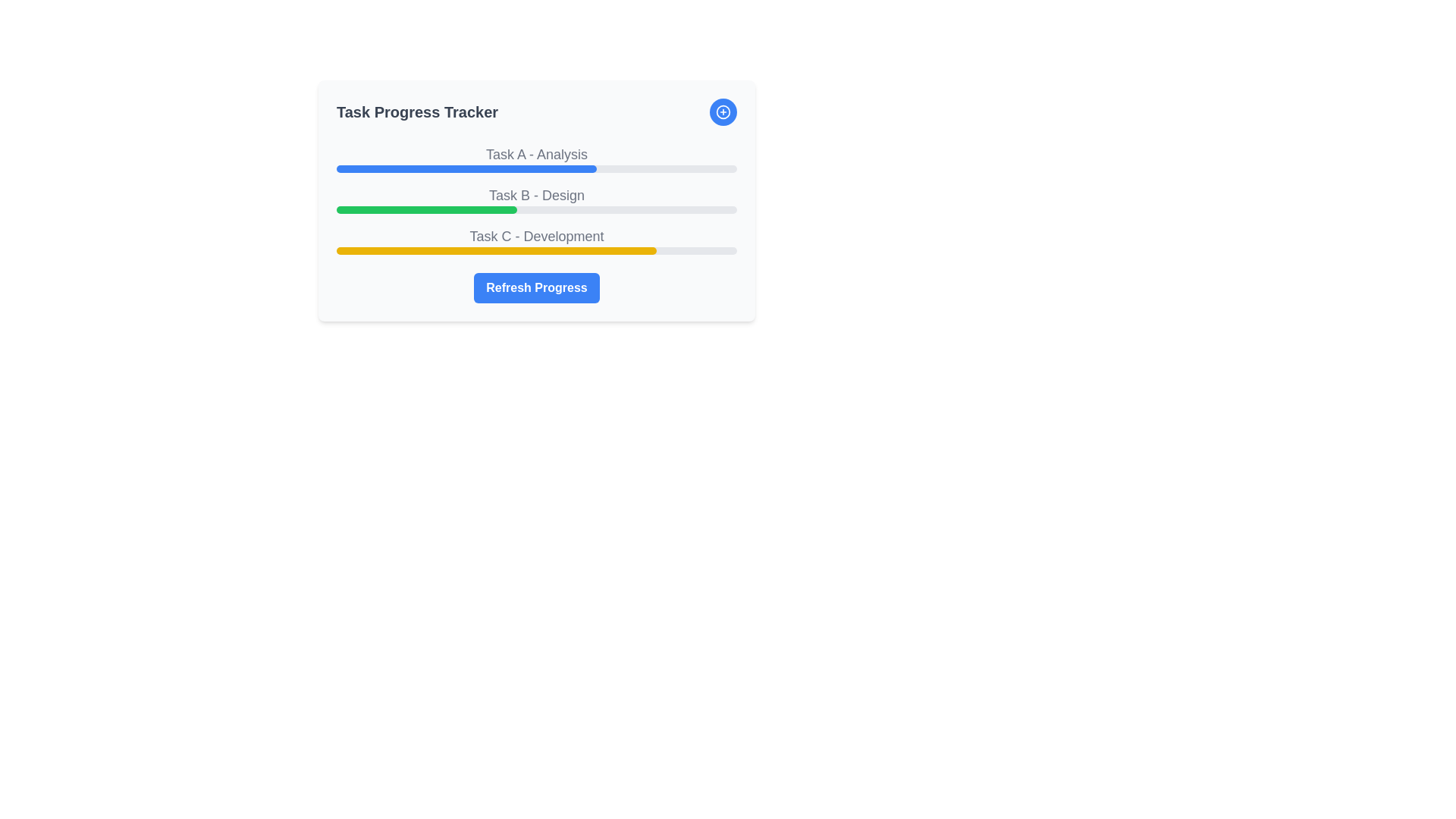  What do you see at coordinates (537, 155) in the screenshot?
I see `the static text label reading 'Task A - Analysis' located at the top of the task progress tracker interface, which is centered above a blue progress bar` at bounding box center [537, 155].